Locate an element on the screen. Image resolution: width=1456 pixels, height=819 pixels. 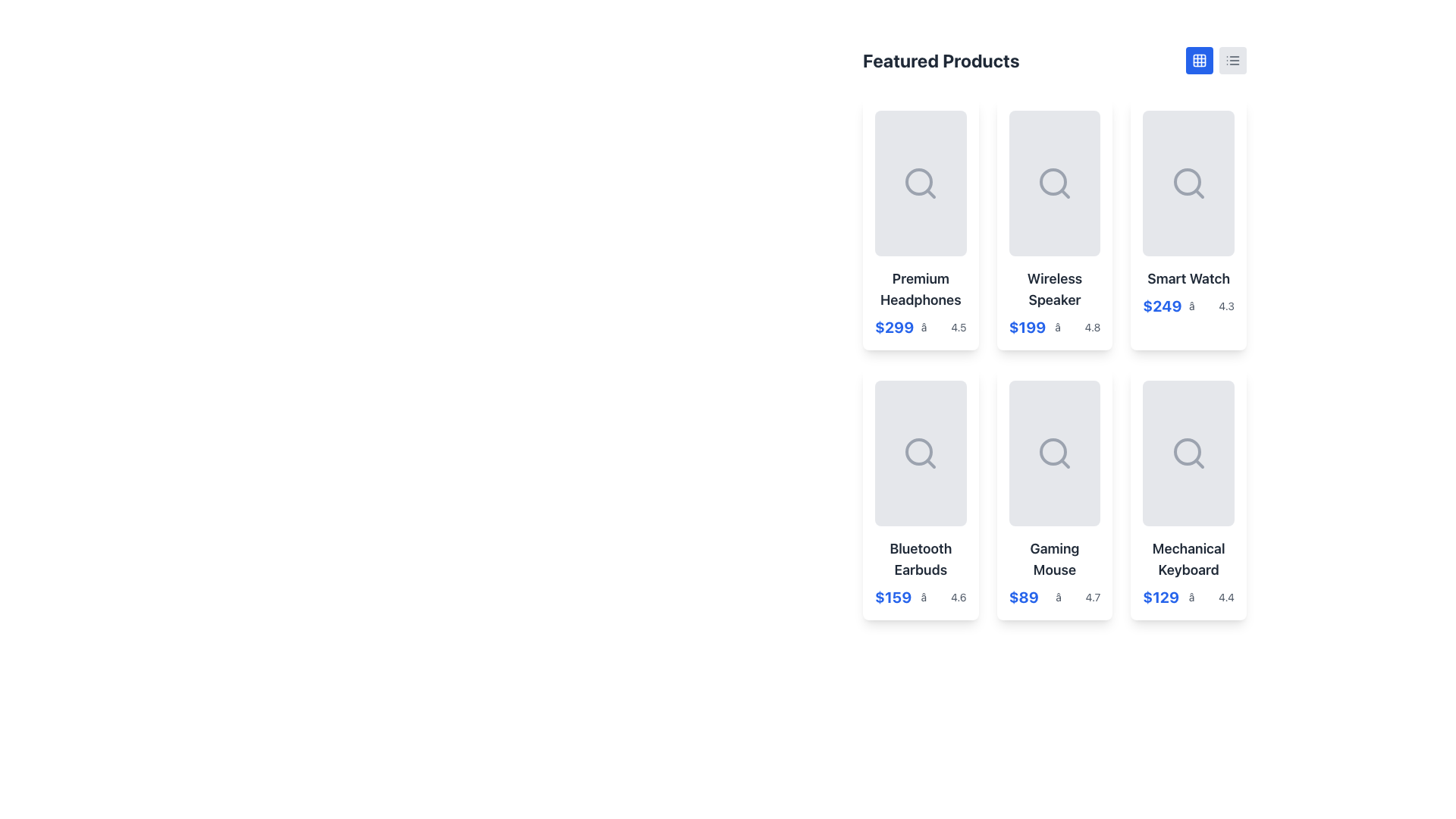
the Rating display located in the second row of product cards under the 'Smart Watch' item, positioned to the right of the price '$249' is located at coordinates (1211, 306).